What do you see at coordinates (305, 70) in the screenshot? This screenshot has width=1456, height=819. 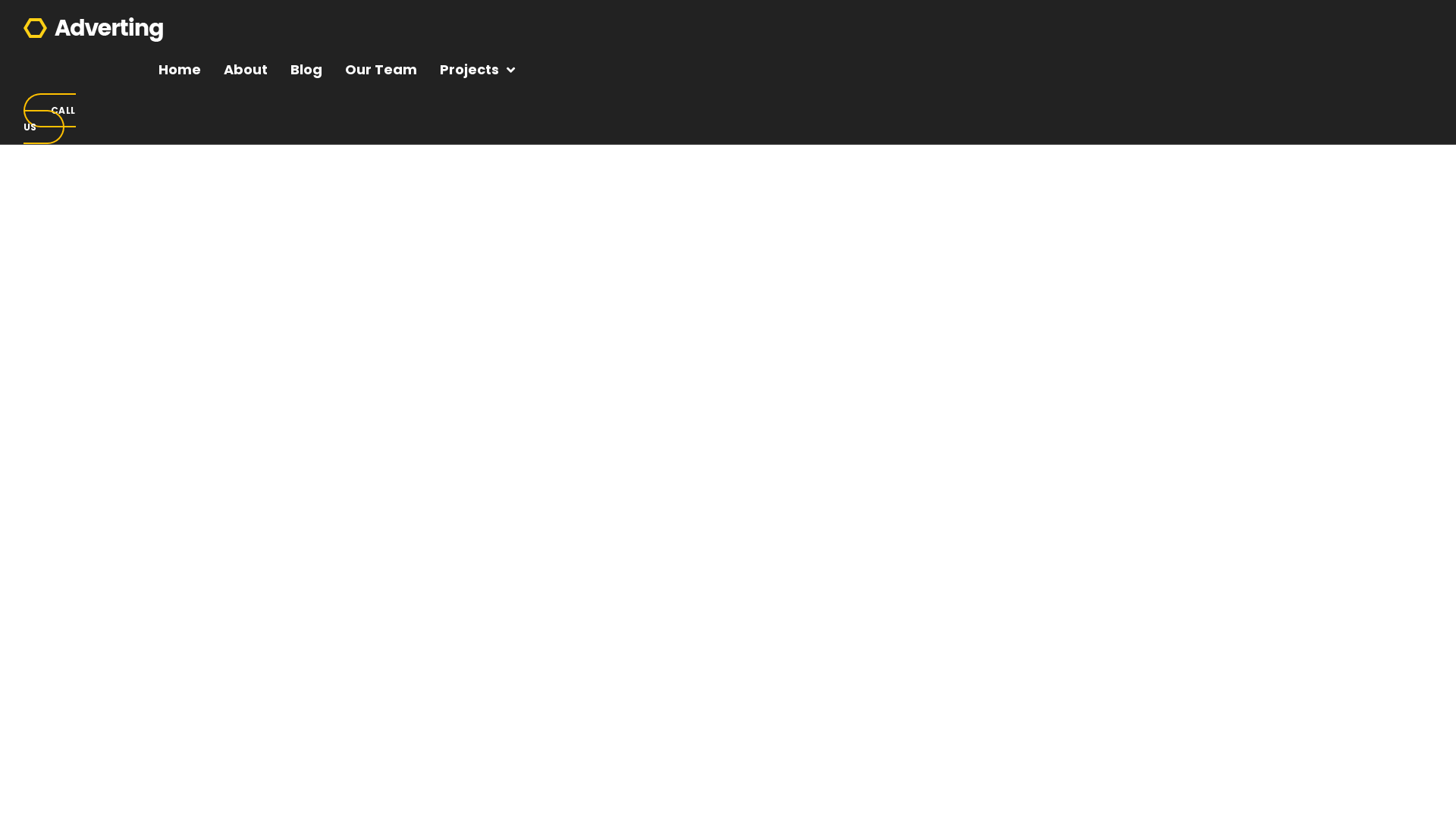 I see `'Blog'` at bounding box center [305, 70].